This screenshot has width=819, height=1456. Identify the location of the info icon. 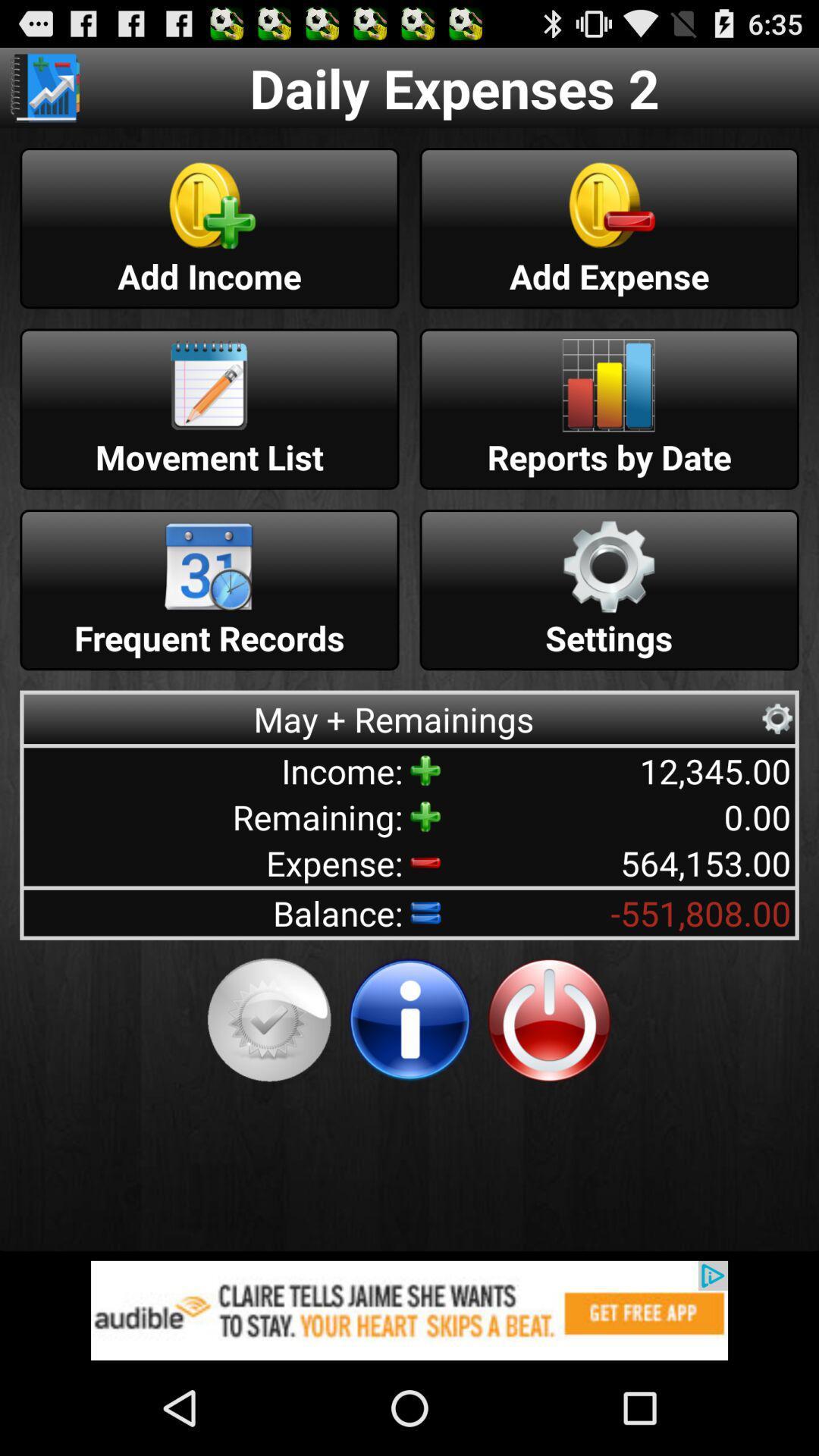
(409, 1092).